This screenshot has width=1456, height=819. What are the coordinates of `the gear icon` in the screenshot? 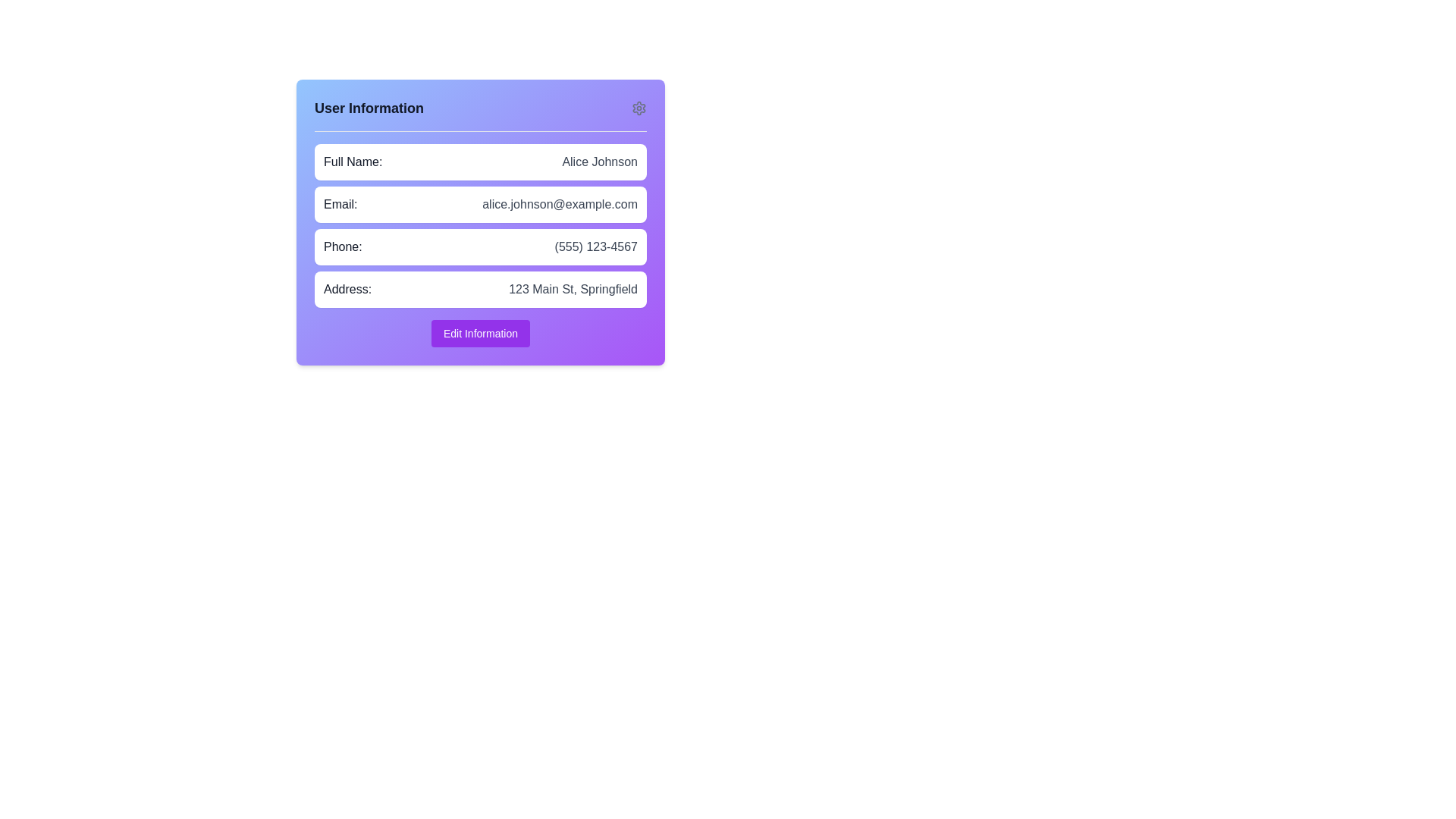 It's located at (639, 107).